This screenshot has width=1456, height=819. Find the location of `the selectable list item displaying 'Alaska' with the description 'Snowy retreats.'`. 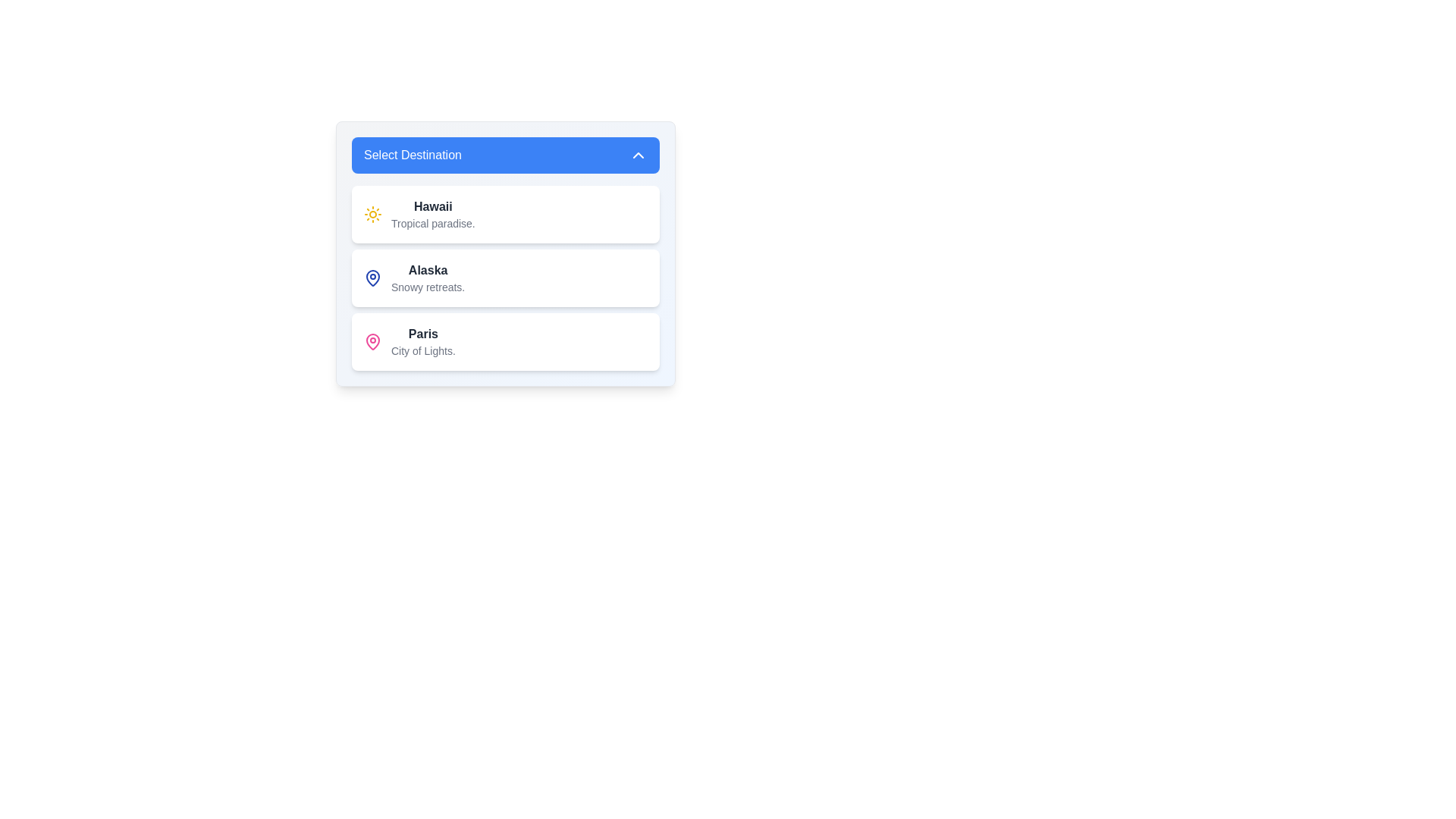

the selectable list item displaying 'Alaska' with the description 'Snowy retreats.' is located at coordinates (506, 253).